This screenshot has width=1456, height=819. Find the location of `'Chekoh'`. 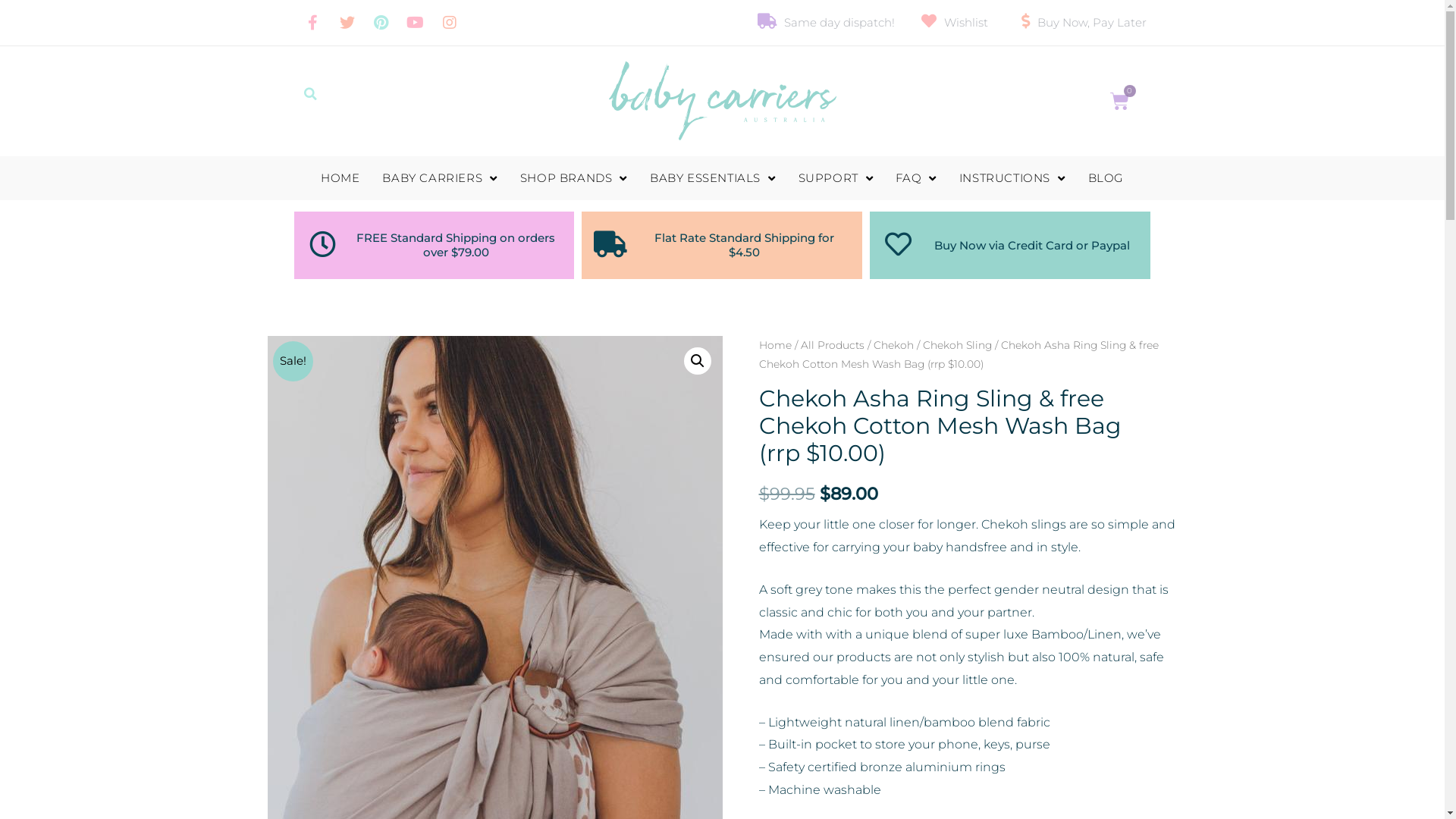

'Chekoh' is located at coordinates (874, 345).